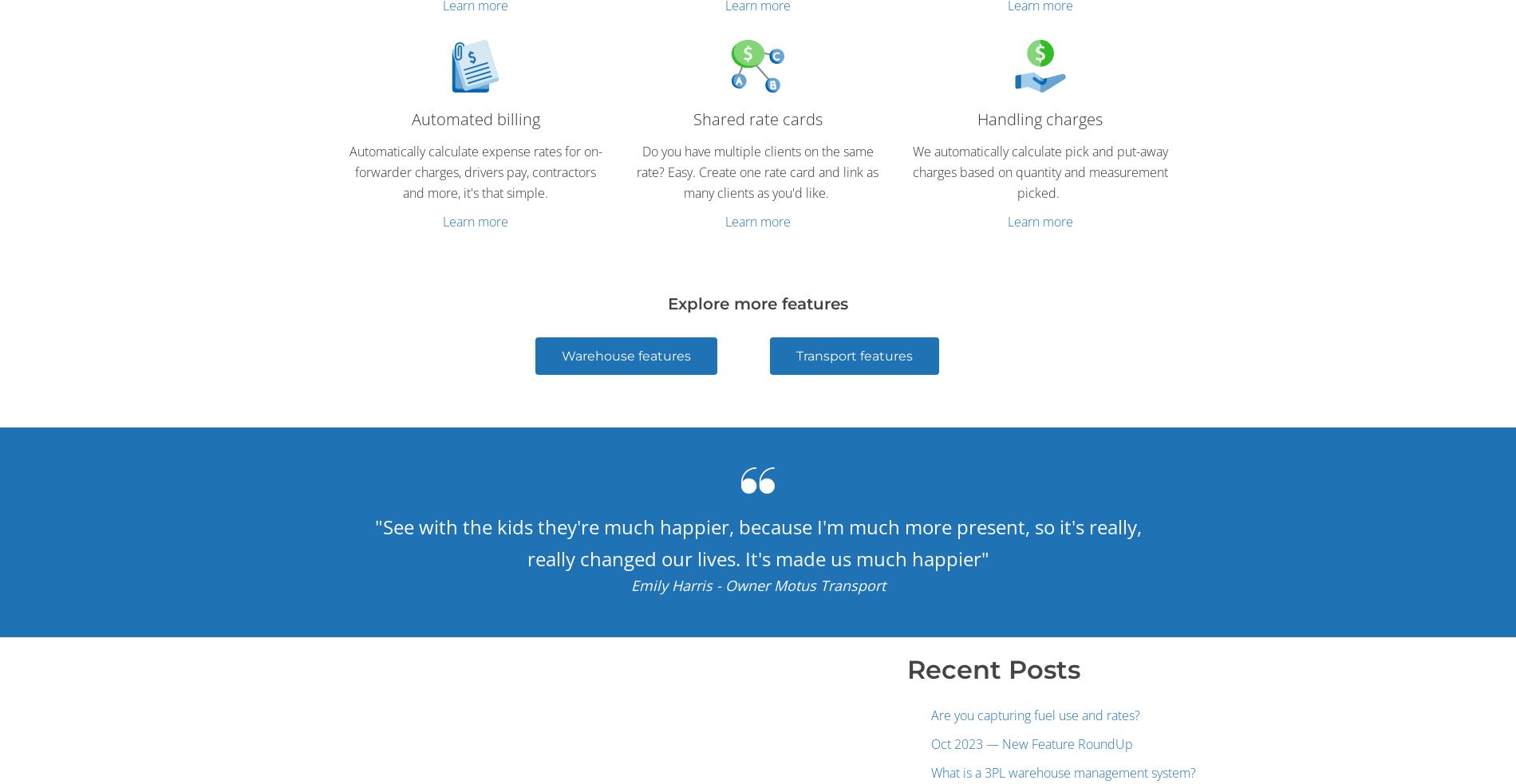  I want to click on 'What is a 3PL warehouse management system?', so click(1062, 771).